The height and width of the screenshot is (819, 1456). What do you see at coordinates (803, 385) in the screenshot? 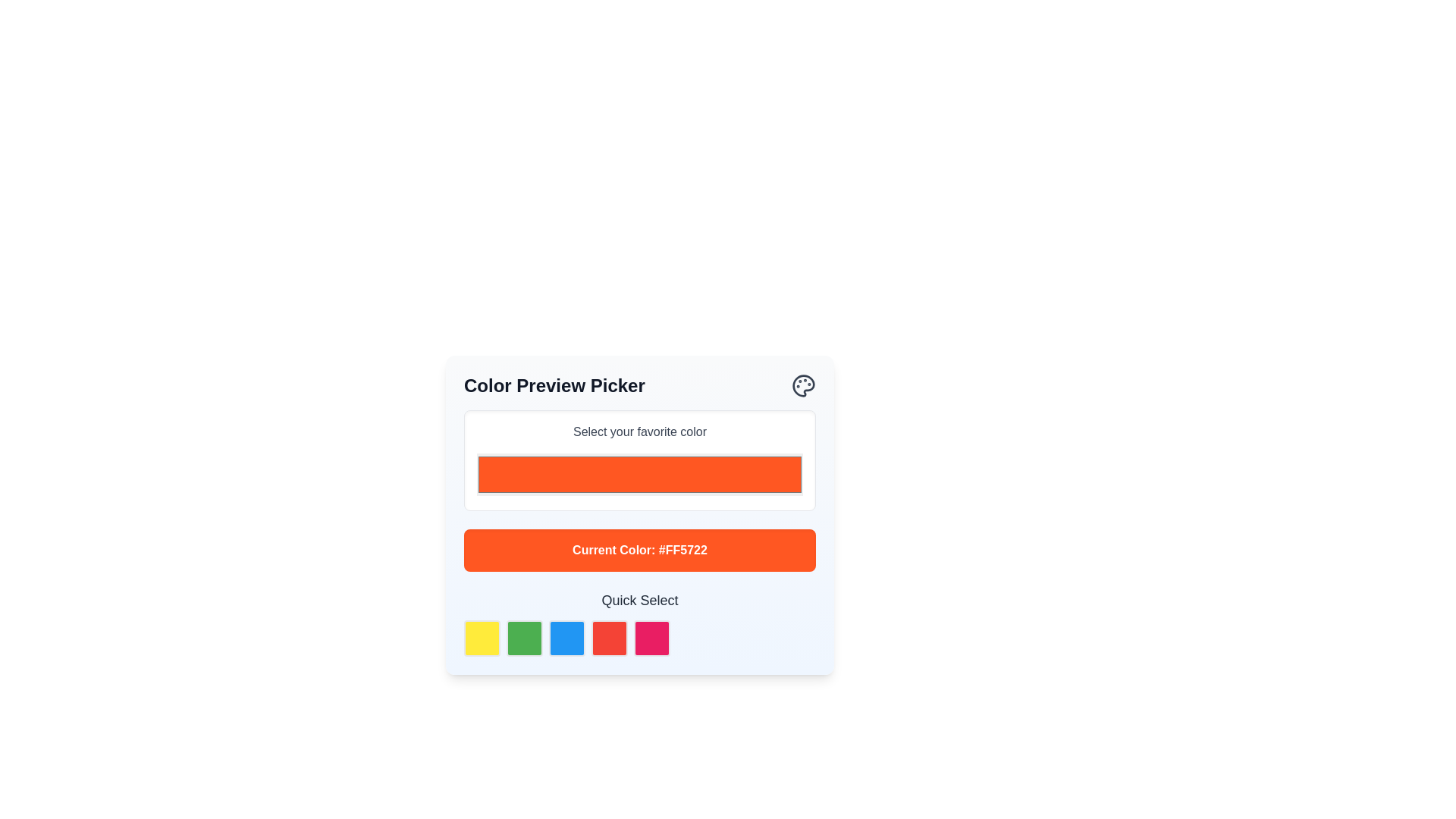
I see `the icon located at the top-right corner of the 'Color Preview Picker' interface` at bounding box center [803, 385].